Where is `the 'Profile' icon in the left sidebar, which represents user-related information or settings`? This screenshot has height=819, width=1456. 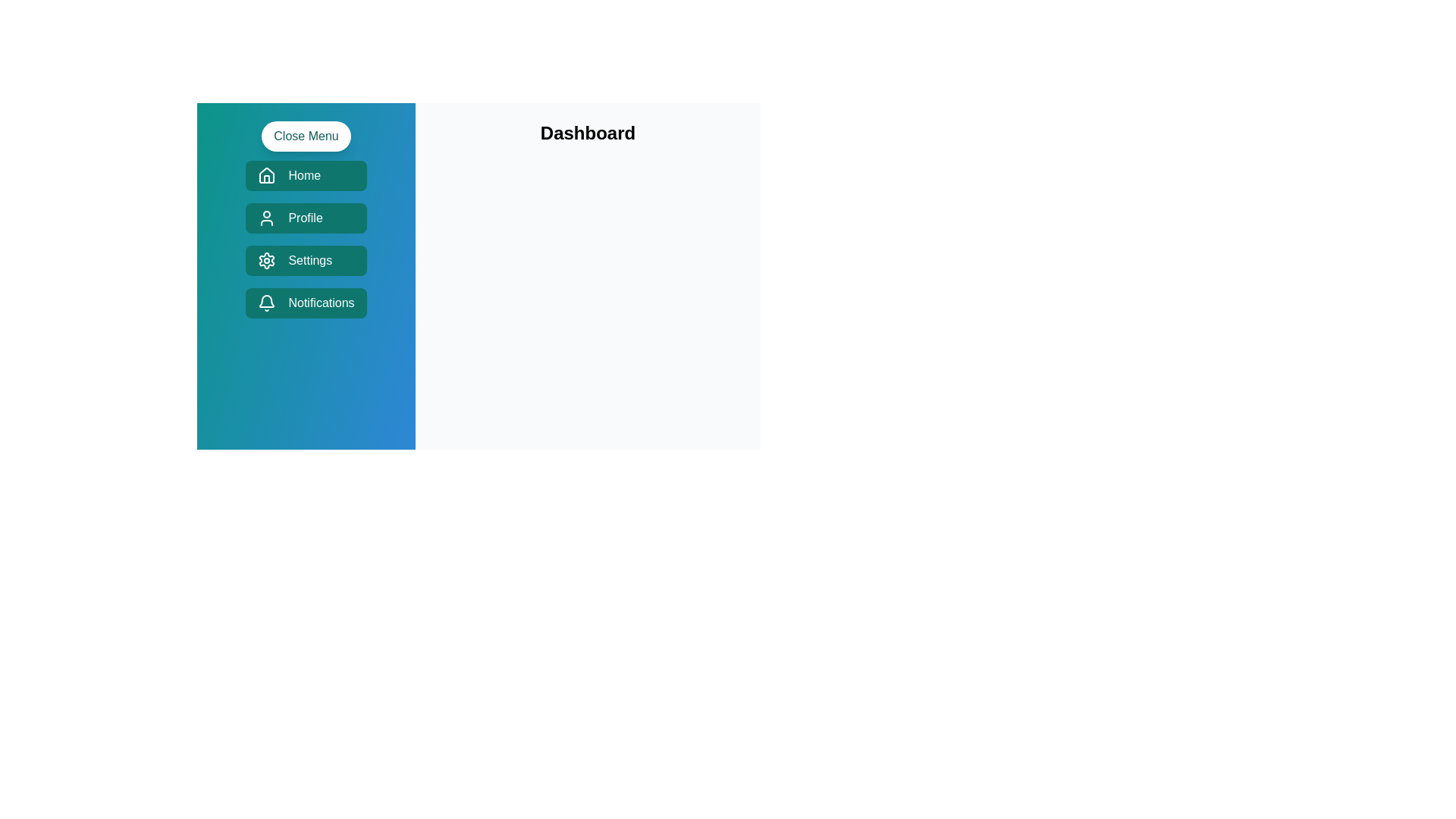
the 'Profile' icon in the left sidebar, which represents user-related information or settings is located at coordinates (267, 218).